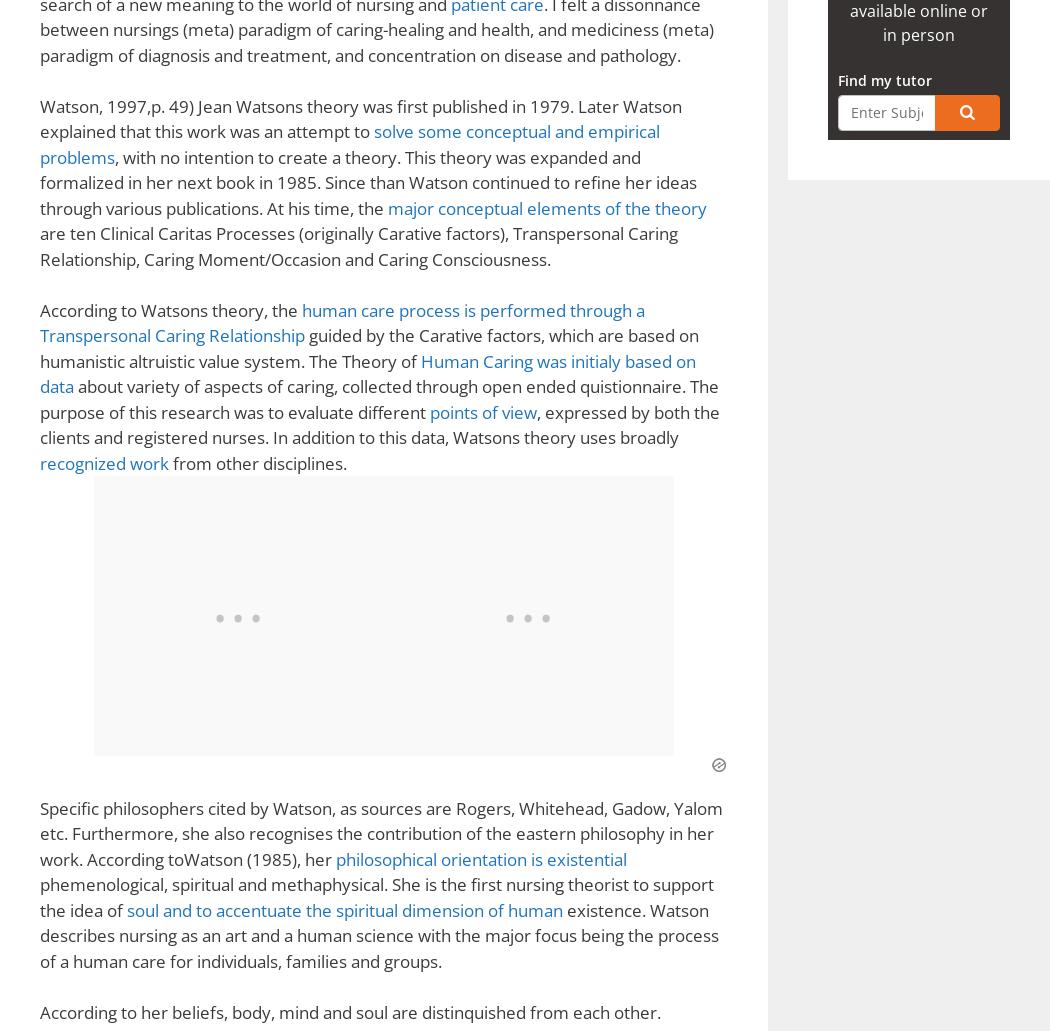  Describe the element at coordinates (144, 314) in the screenshot. I see `'Theory'` at that location.